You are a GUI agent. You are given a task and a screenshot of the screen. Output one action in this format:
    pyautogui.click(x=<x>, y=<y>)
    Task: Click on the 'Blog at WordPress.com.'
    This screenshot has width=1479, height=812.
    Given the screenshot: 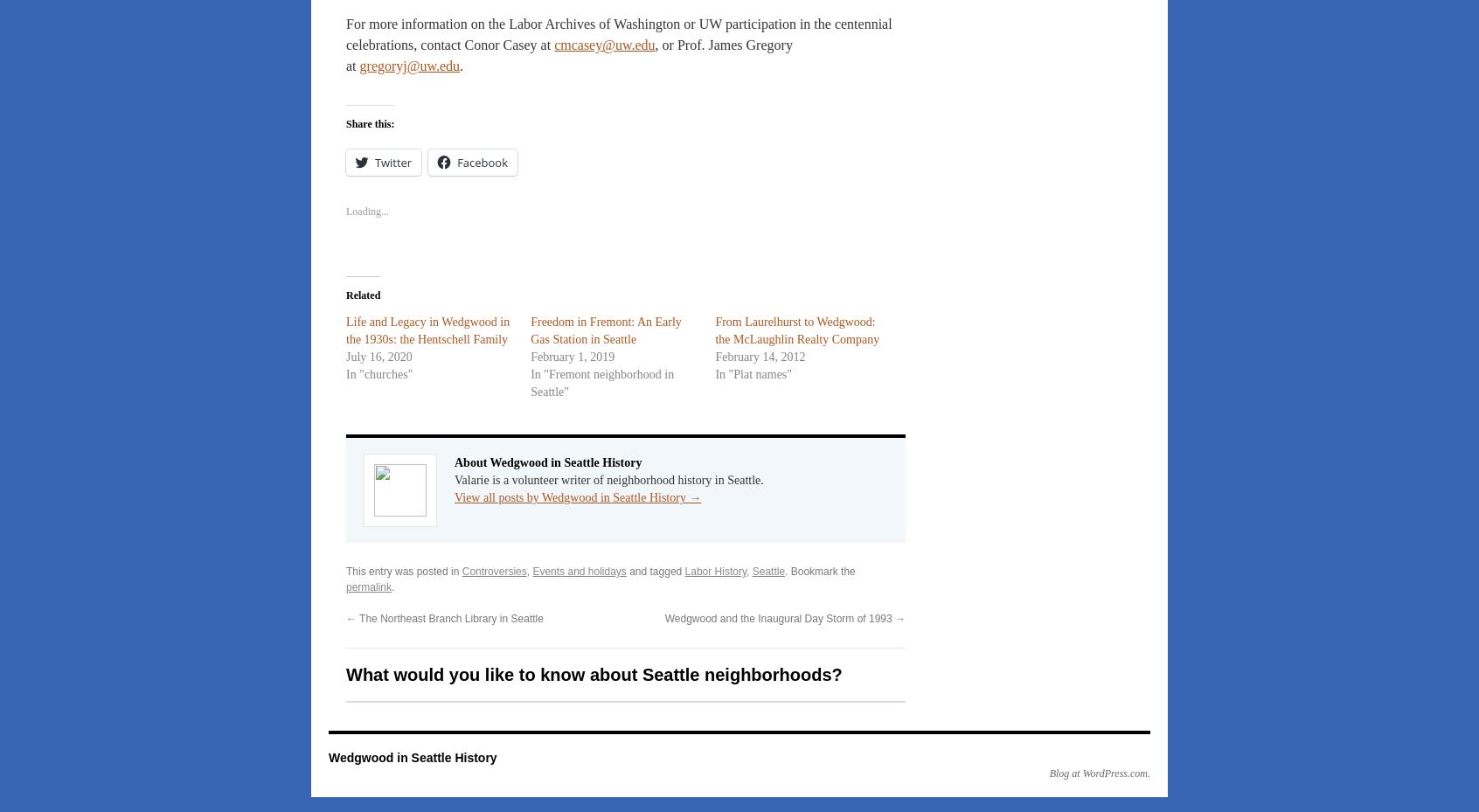 What is the action you would take?
    pyautogui.click(x=1100, y=773)
    